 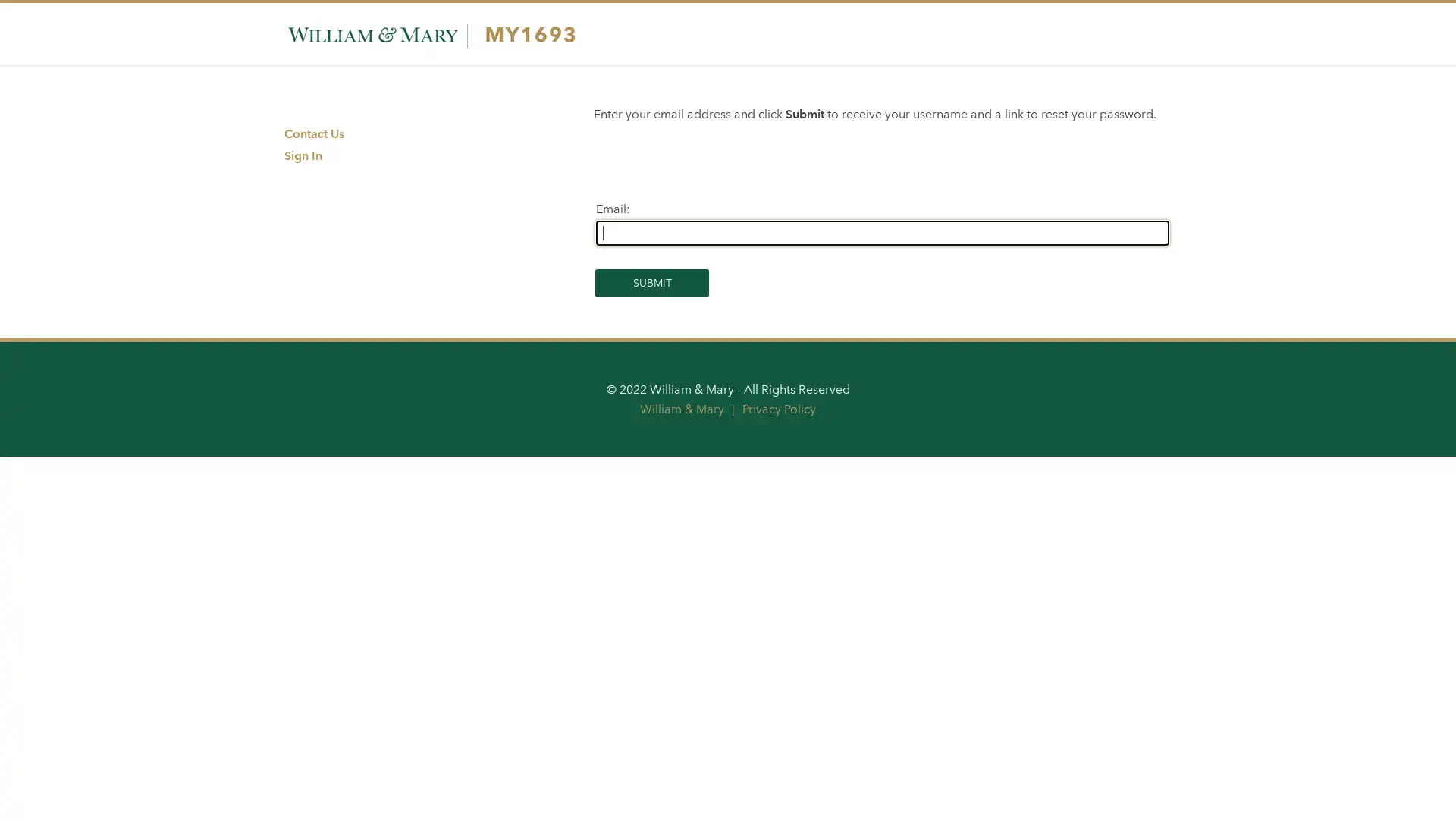 What do you see at coordinates (651, 283) in the screenshot?
I see `Submit` at bounding box center [651, 283].